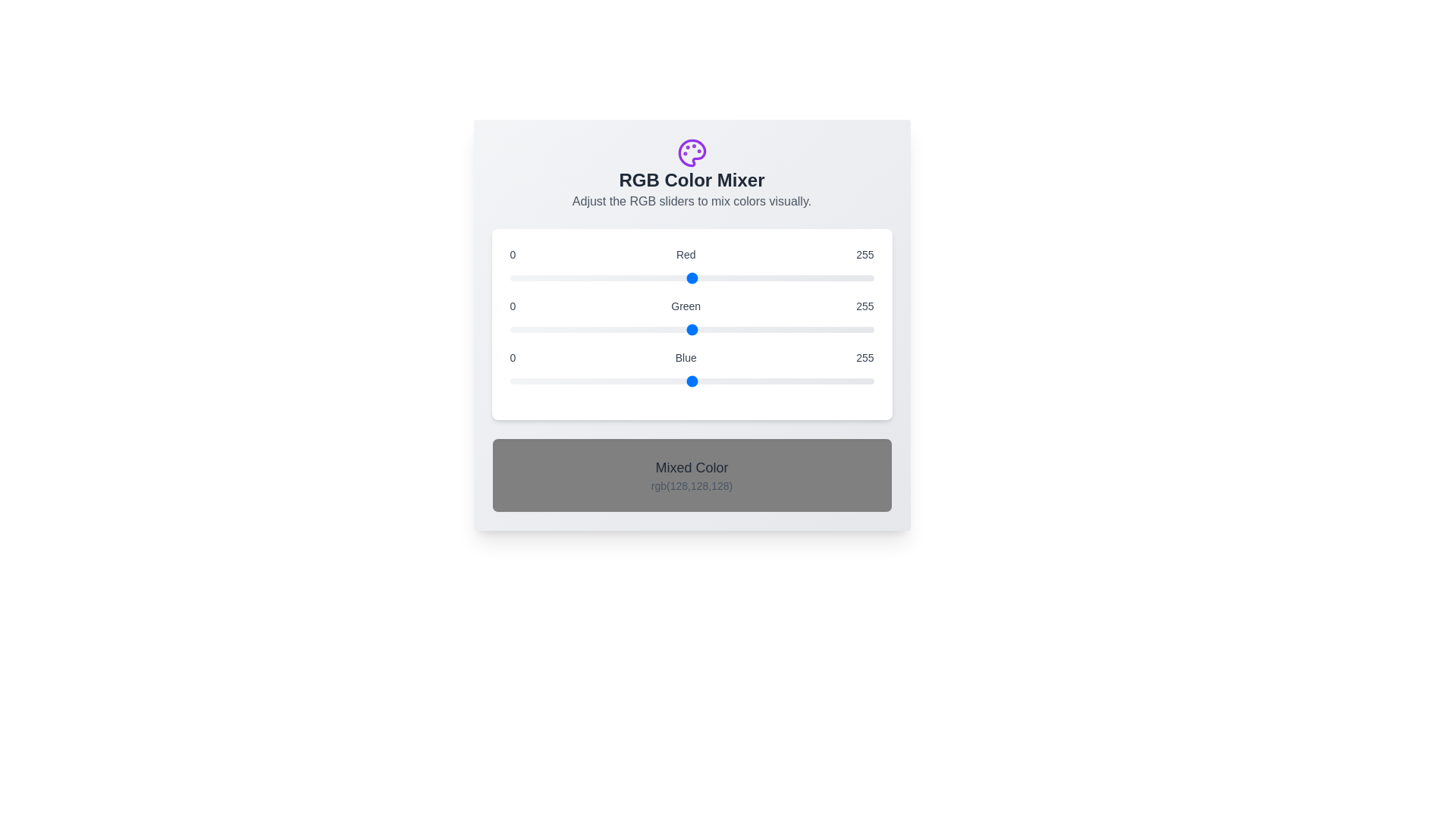  What do you see at coordinates (639, 329) in the screenshot?
I see `the green slider to set the green component to 91` at bounding box center [639, 329].